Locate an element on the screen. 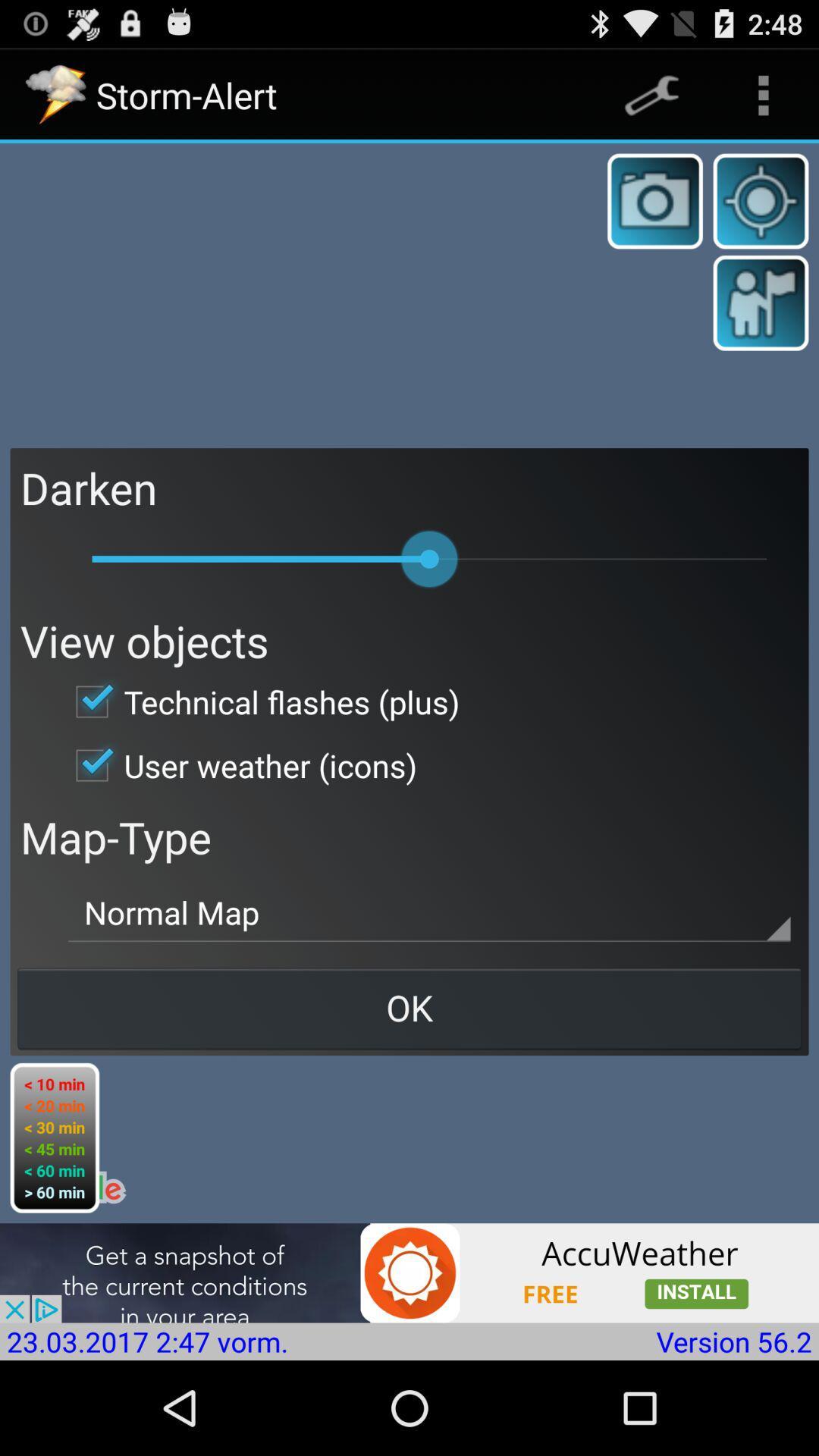 Image resolution: width=819 pixels, height=1456 pixels. the location_crosshair icon is located at coordinates (761, 215).